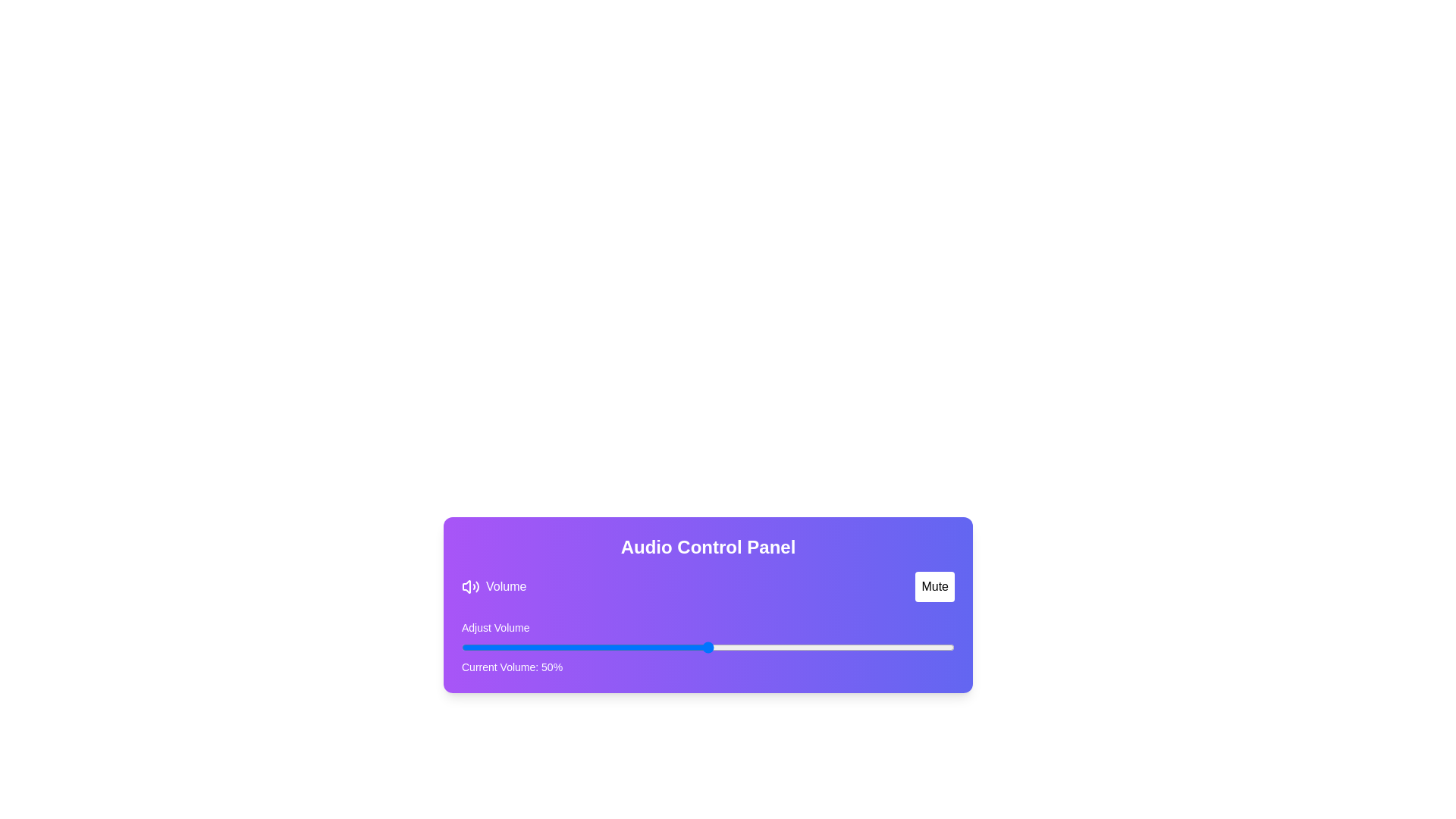 The image size is (1456, 819). What do you see at coordinates (702, 647) in the screenshot?
I see `the volume slider` at bounding box center [702, 647].